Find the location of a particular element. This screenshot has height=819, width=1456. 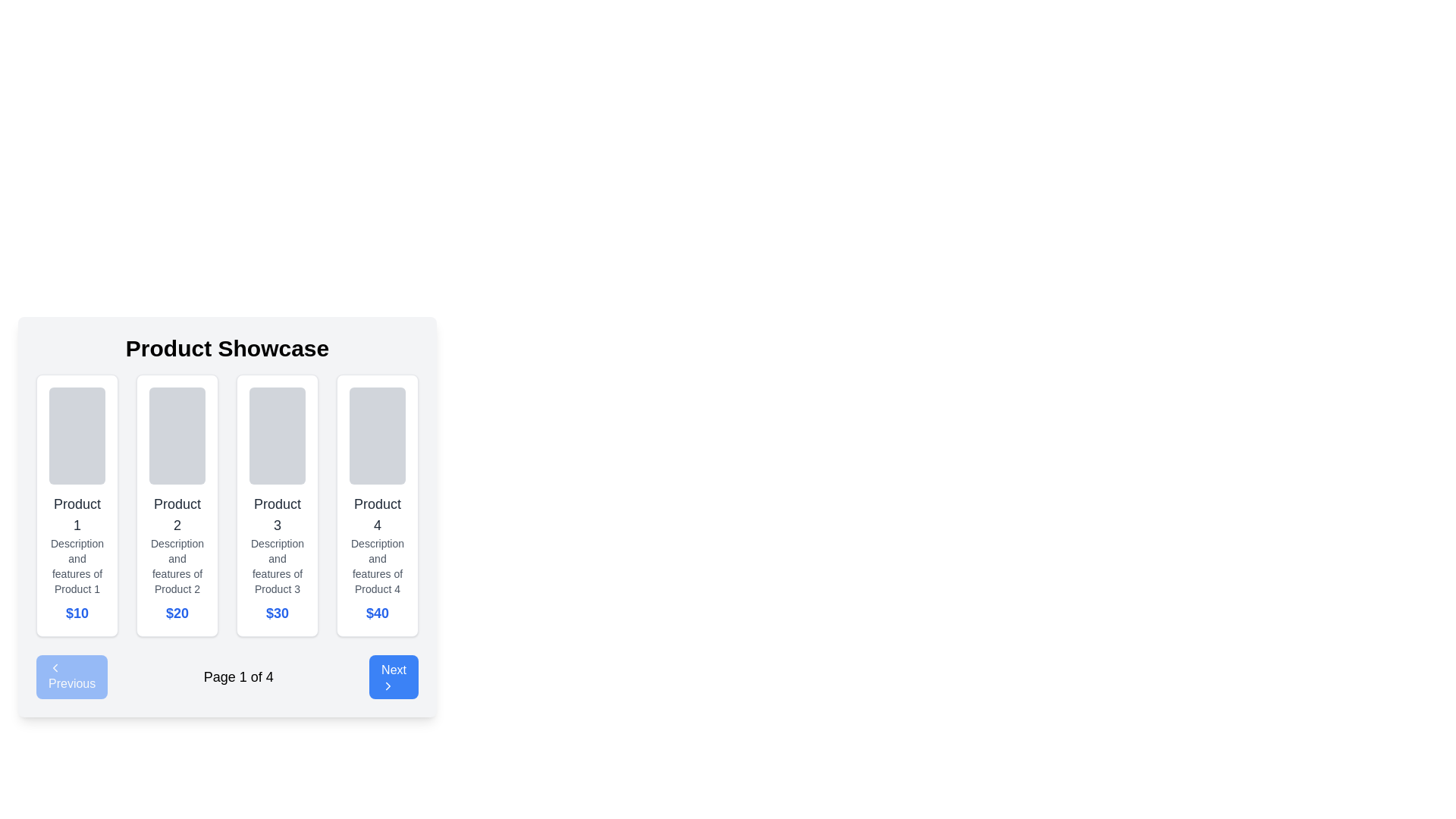

price displayed as '$20' in bold blue text located at the bottom of the second product card, beneath the description text of 'Description and features of Product 2.' is located at coordinates (177, 613).